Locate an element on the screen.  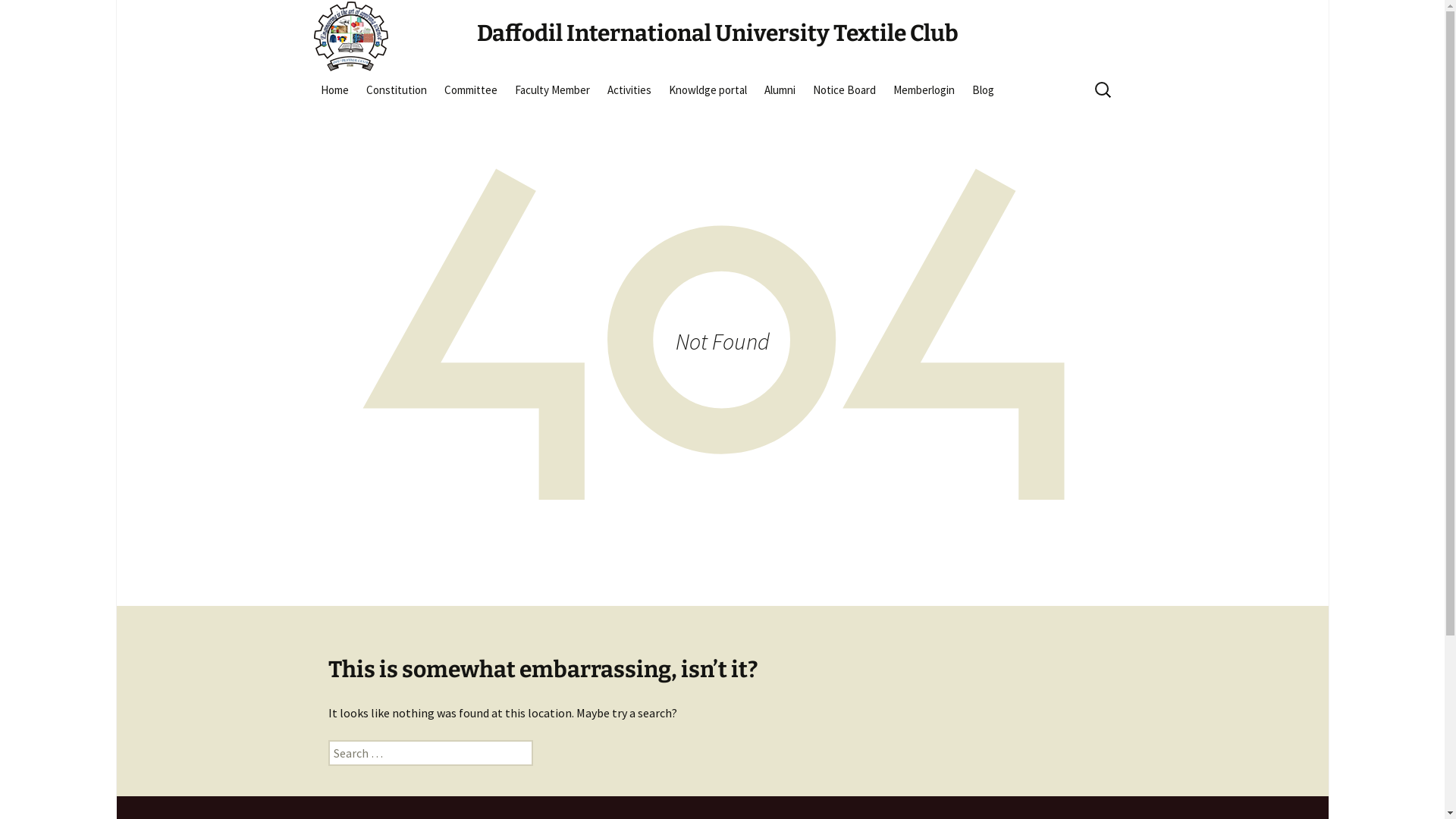
'Home' is located at coordinates (312, 89).